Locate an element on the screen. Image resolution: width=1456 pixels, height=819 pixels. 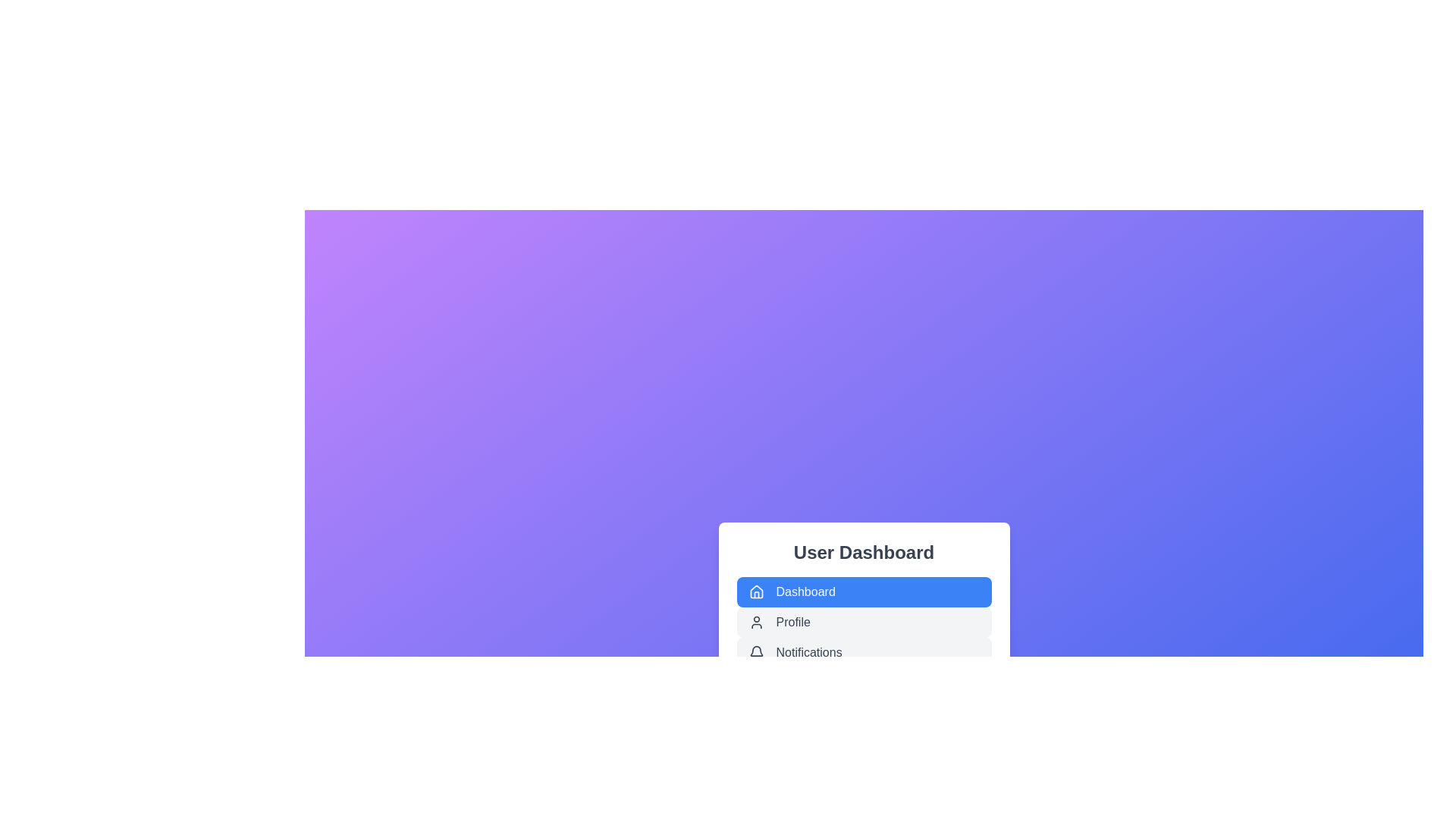
the 'Dashboard' navigation button located in the vertical navigation list to redirect to the dashboard section of the application is located at coordinates (864, 591).